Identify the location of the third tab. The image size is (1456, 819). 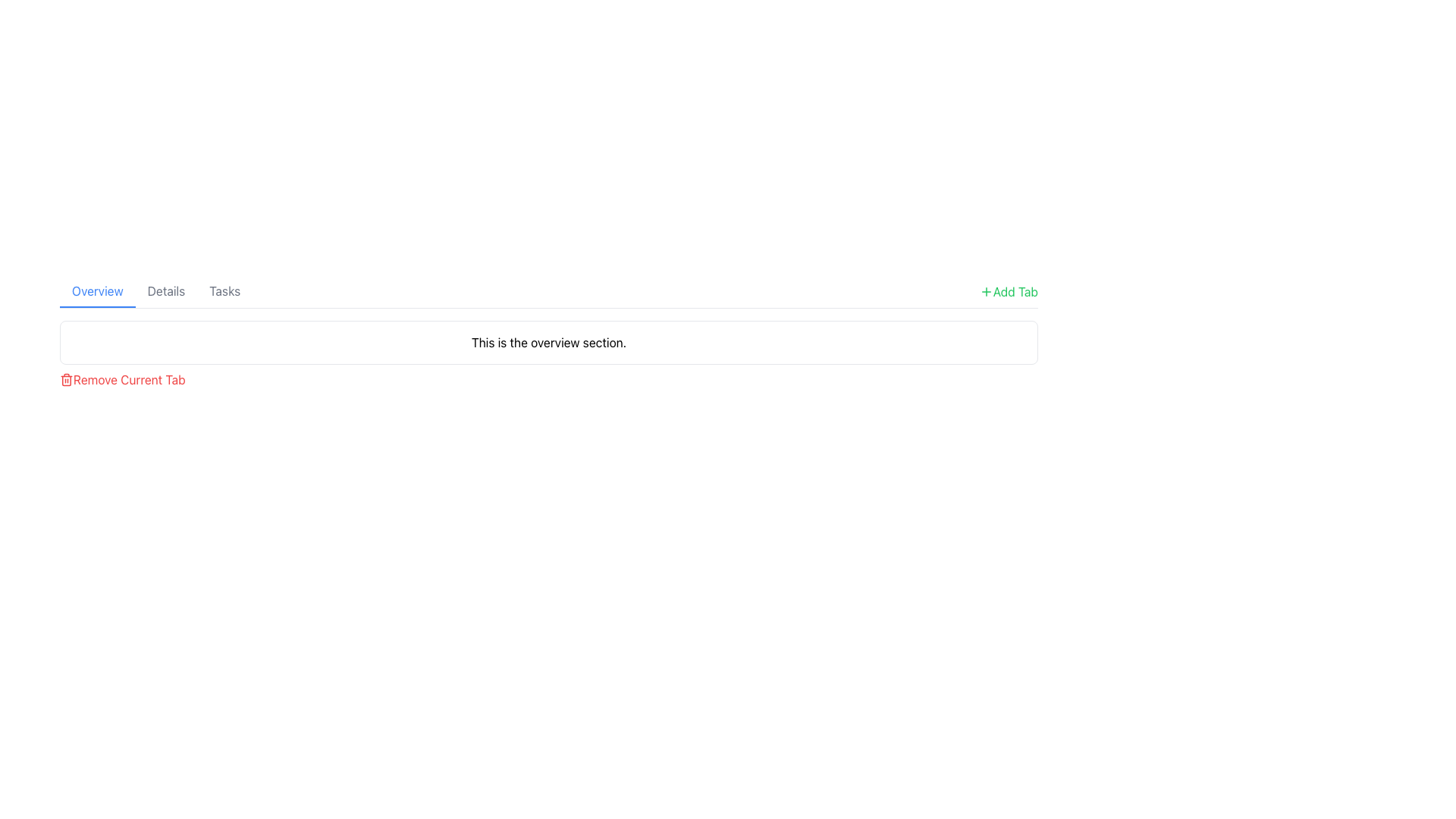
(224, 292).